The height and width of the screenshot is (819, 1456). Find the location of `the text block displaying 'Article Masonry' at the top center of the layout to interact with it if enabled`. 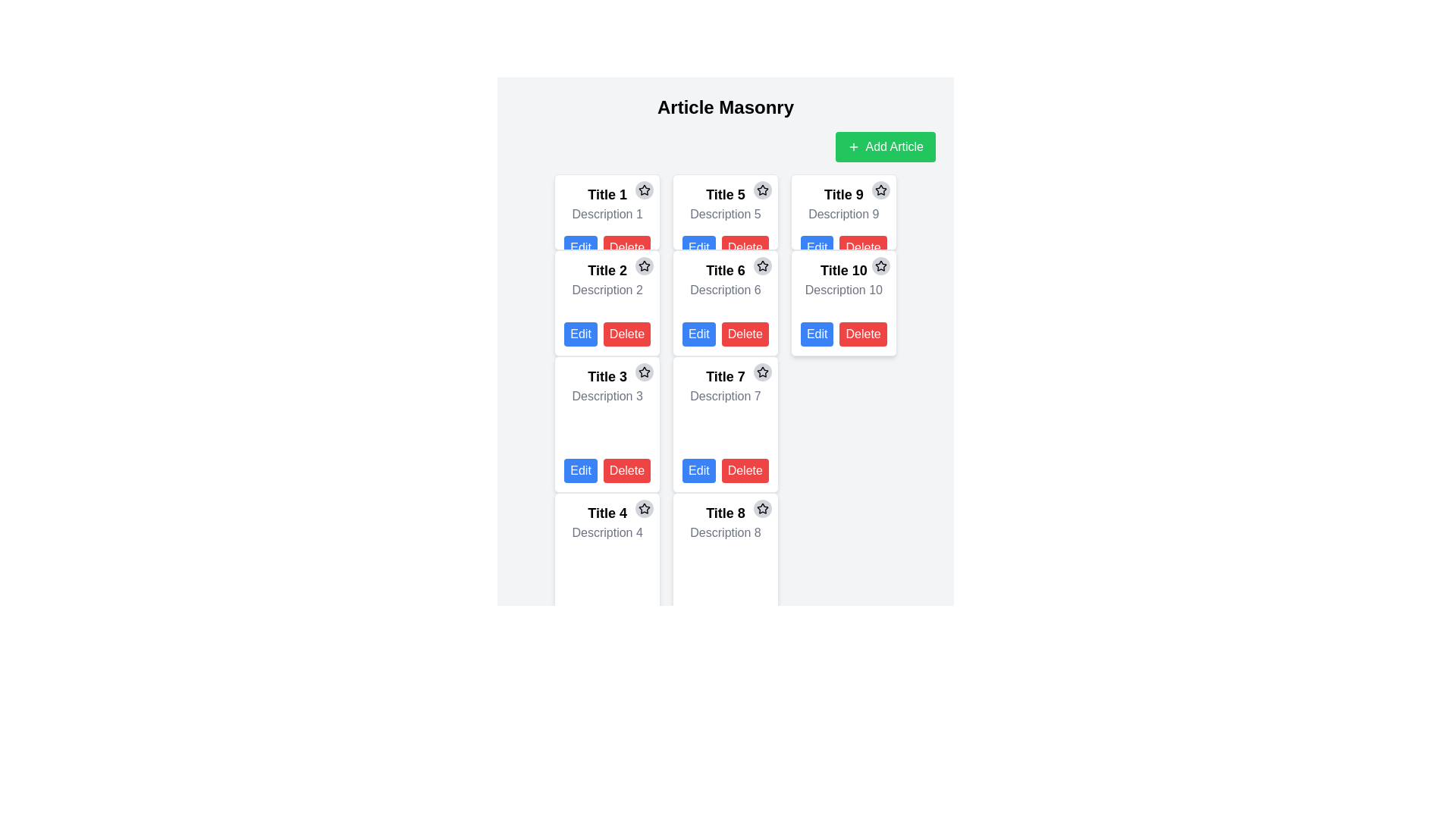

the text block displaying 'Article Masonry' at the top center of the layout to interact with it if enabled is located at coordinates (724, 113).